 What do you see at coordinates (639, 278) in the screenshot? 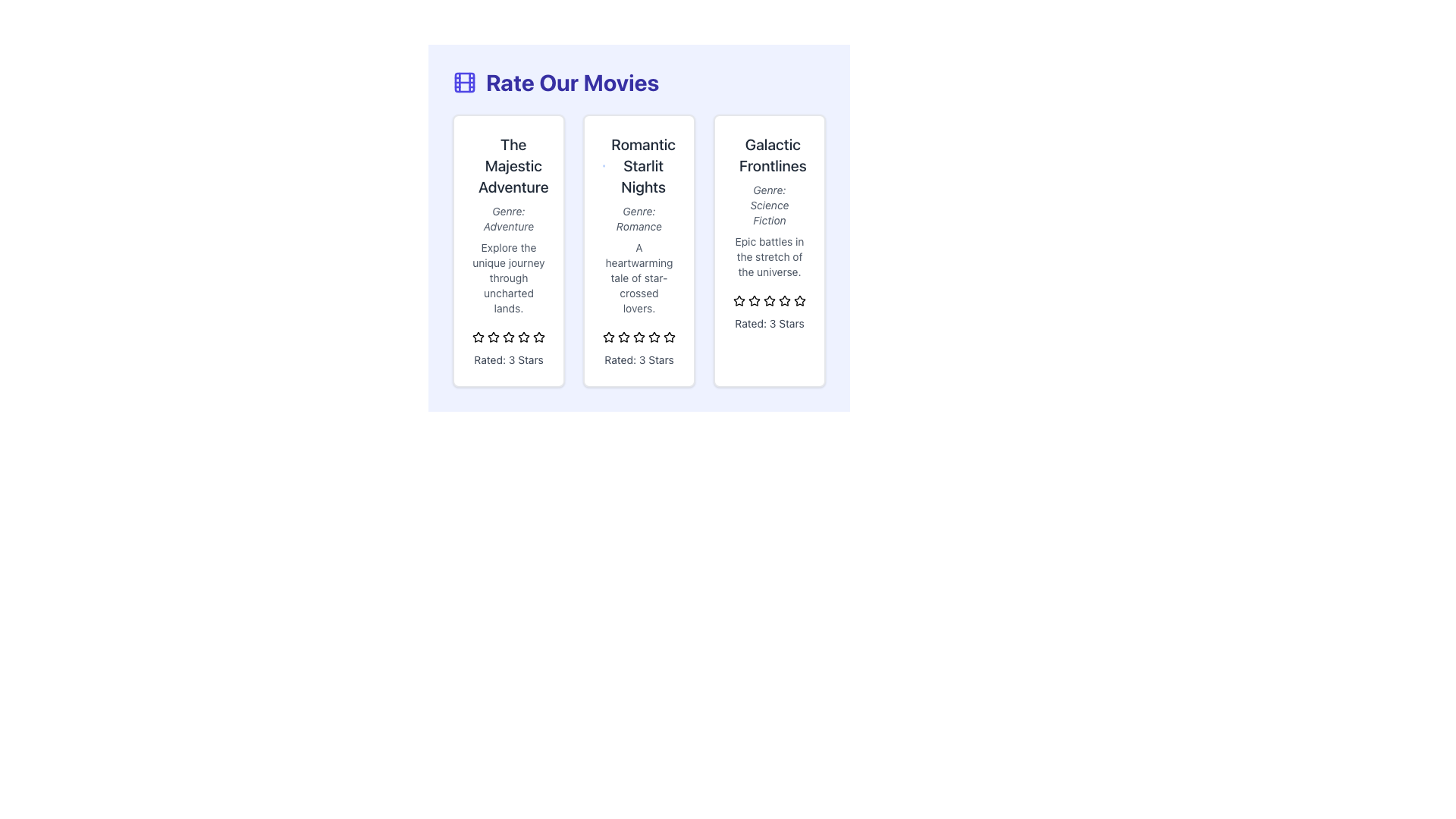
I see `text block containing 'A heartwarming tale of star-crossed lovers.' which is located below the 'Genre: Romance' and above the star rating in the 'Romantic Starlit Nights' movie card` at bounding box center [639, 278].